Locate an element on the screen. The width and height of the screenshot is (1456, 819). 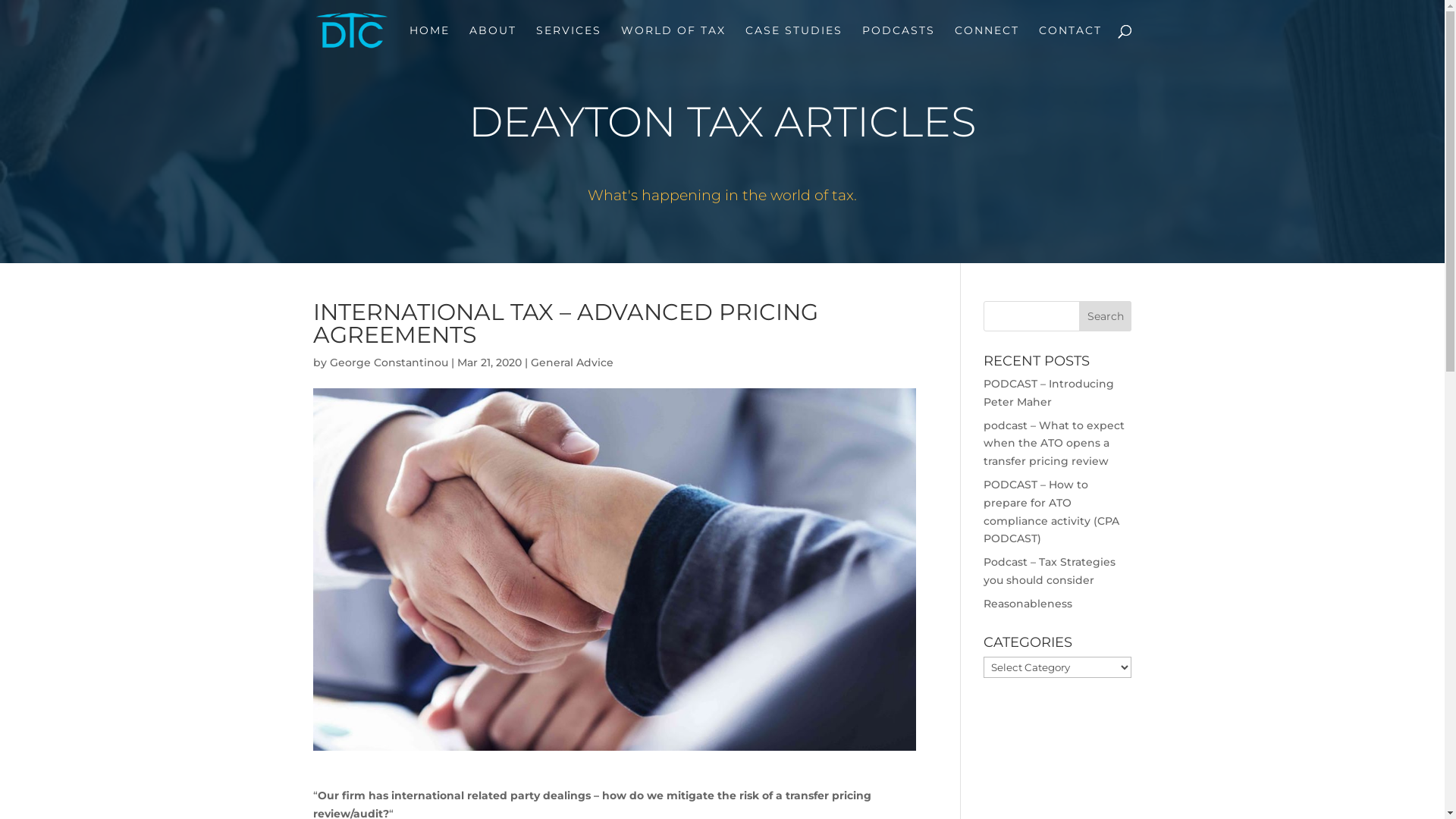
'Search' is located at coordinates (1106, 315).